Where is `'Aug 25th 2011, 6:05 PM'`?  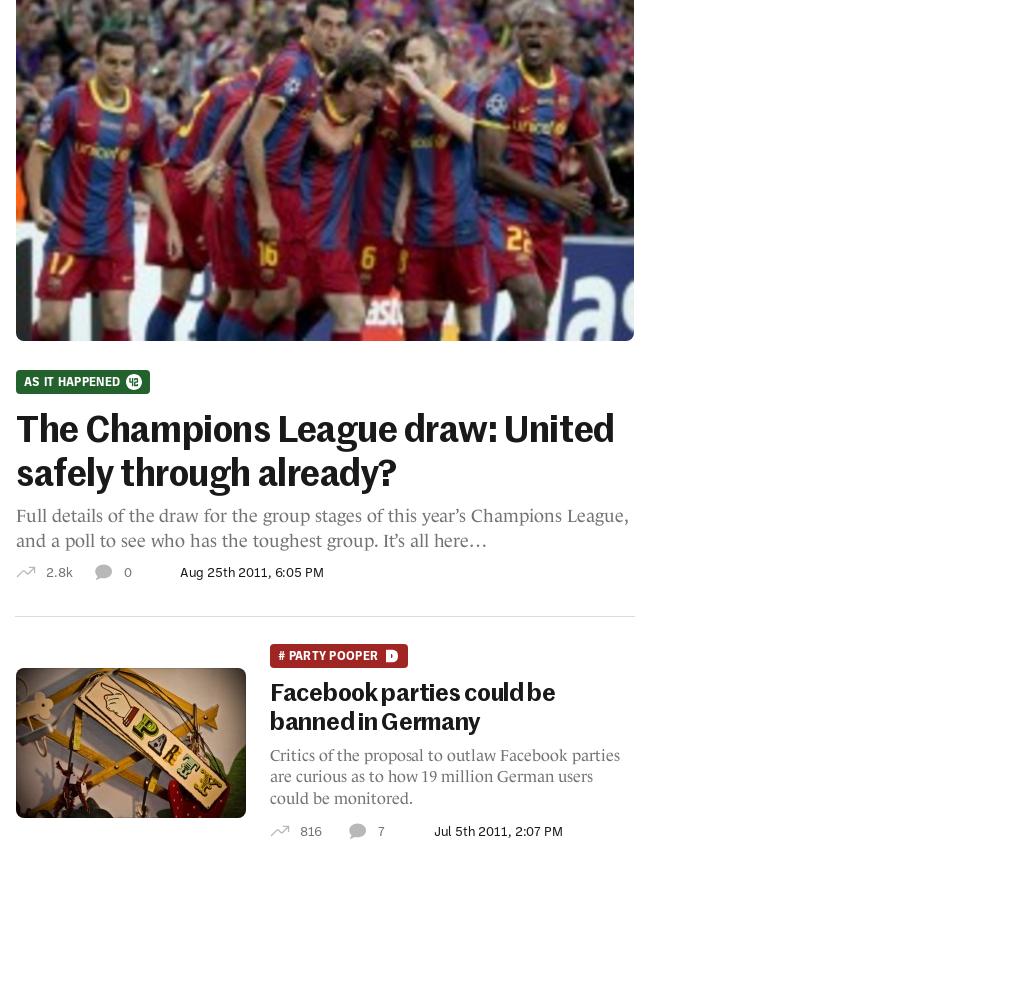
'Aug 25th 2011, 6:05 PM' is located at coordinates (251, 570).